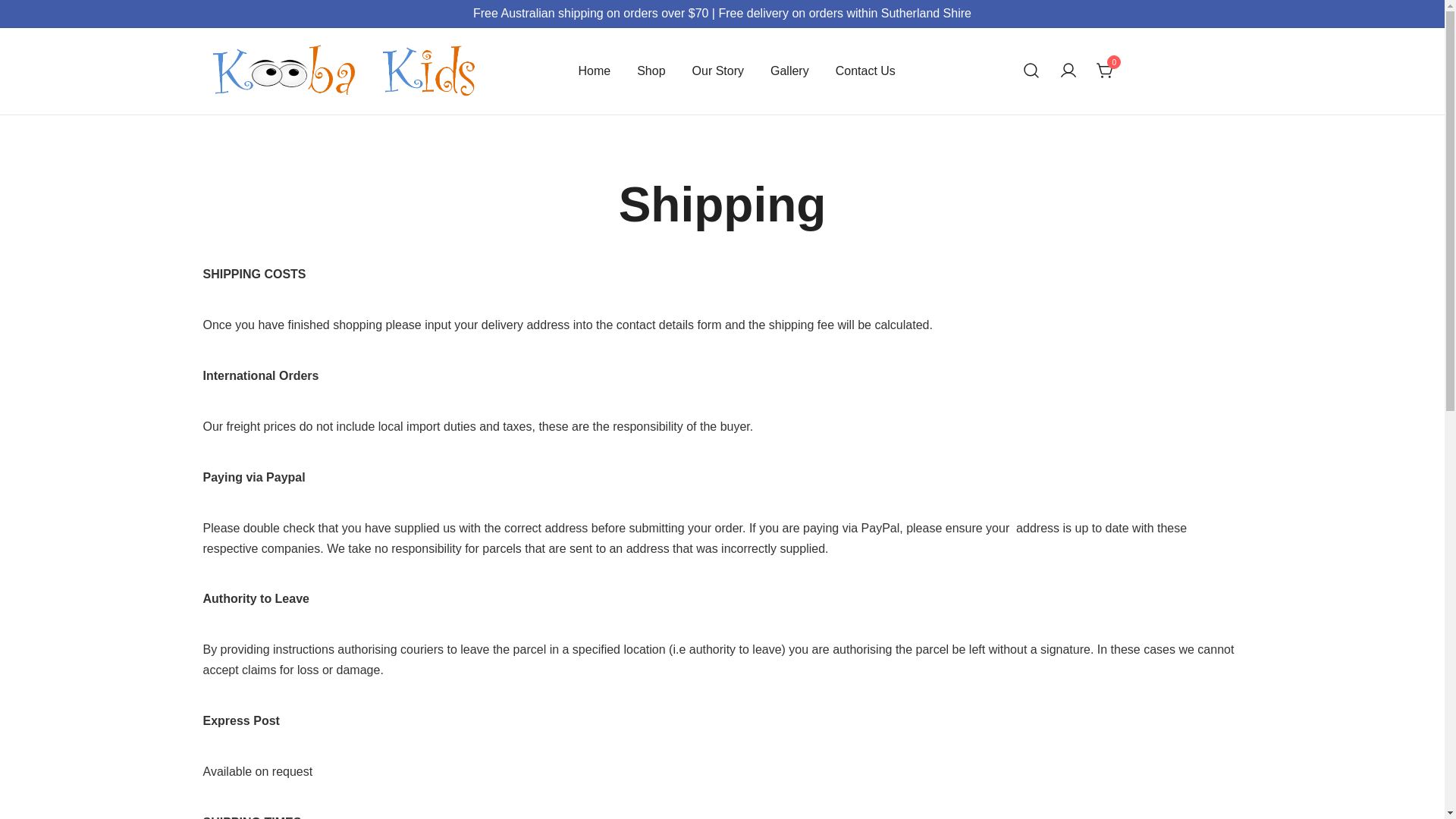  Describe the element at coordinates (245, 130) in the screenshot. I see `'Kooba Kids'` at that location.